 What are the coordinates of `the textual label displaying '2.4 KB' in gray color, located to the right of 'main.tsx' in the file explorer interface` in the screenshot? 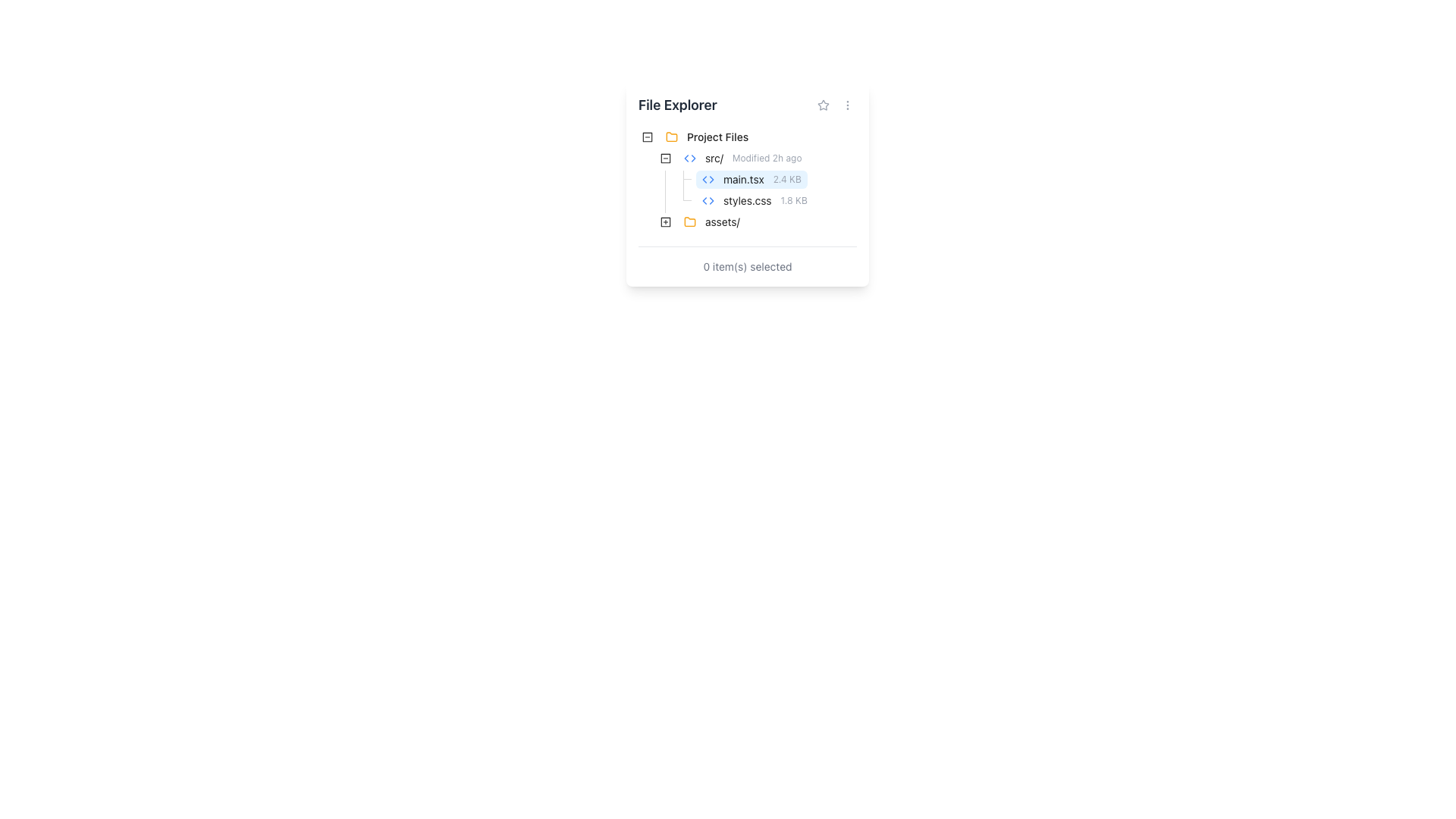 It's located at (787, 178).